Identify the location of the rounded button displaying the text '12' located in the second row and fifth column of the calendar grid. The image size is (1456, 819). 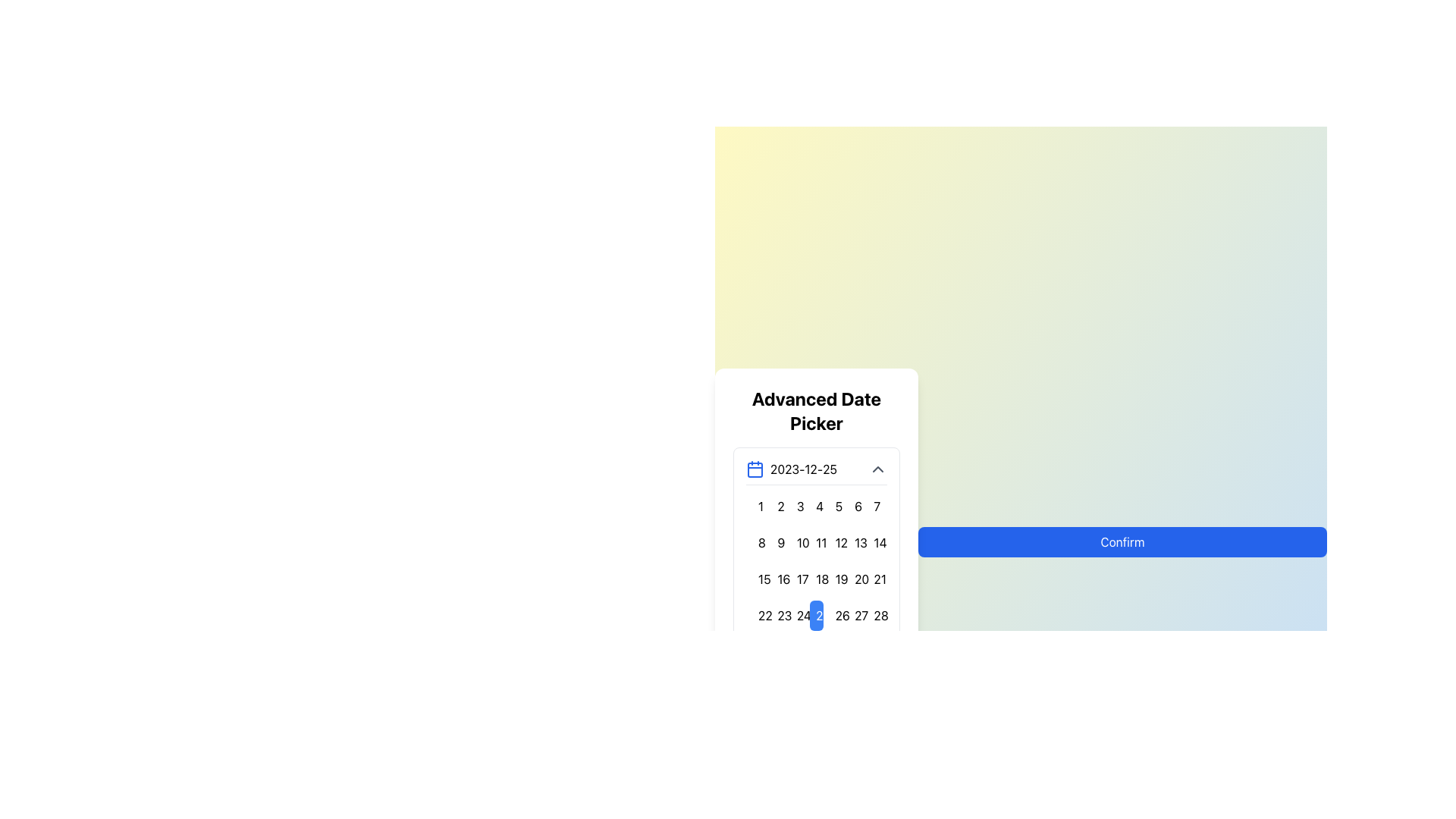
(835, 541).